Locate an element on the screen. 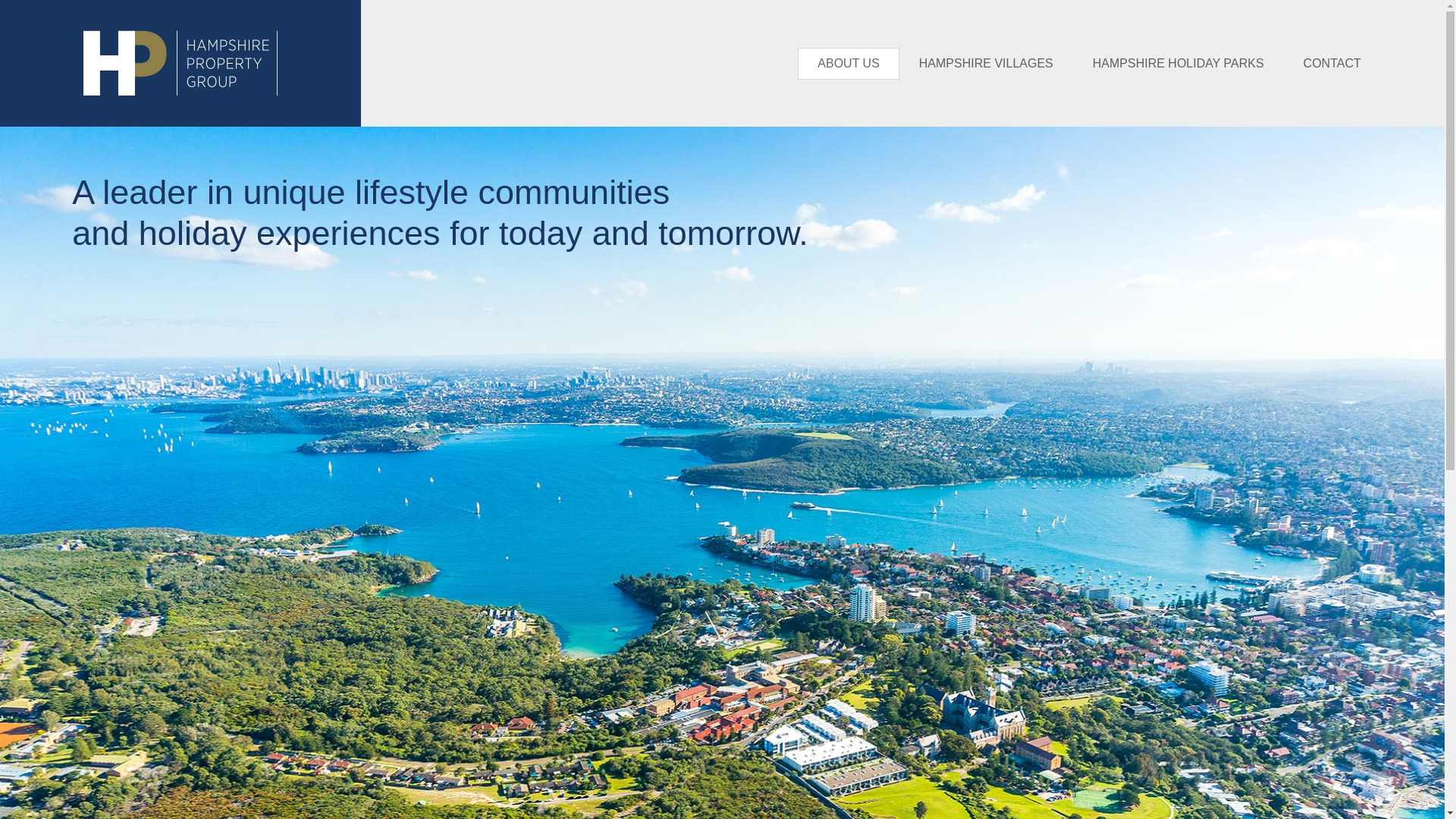  'HP LOGO' is located at coordinates (180, 62).